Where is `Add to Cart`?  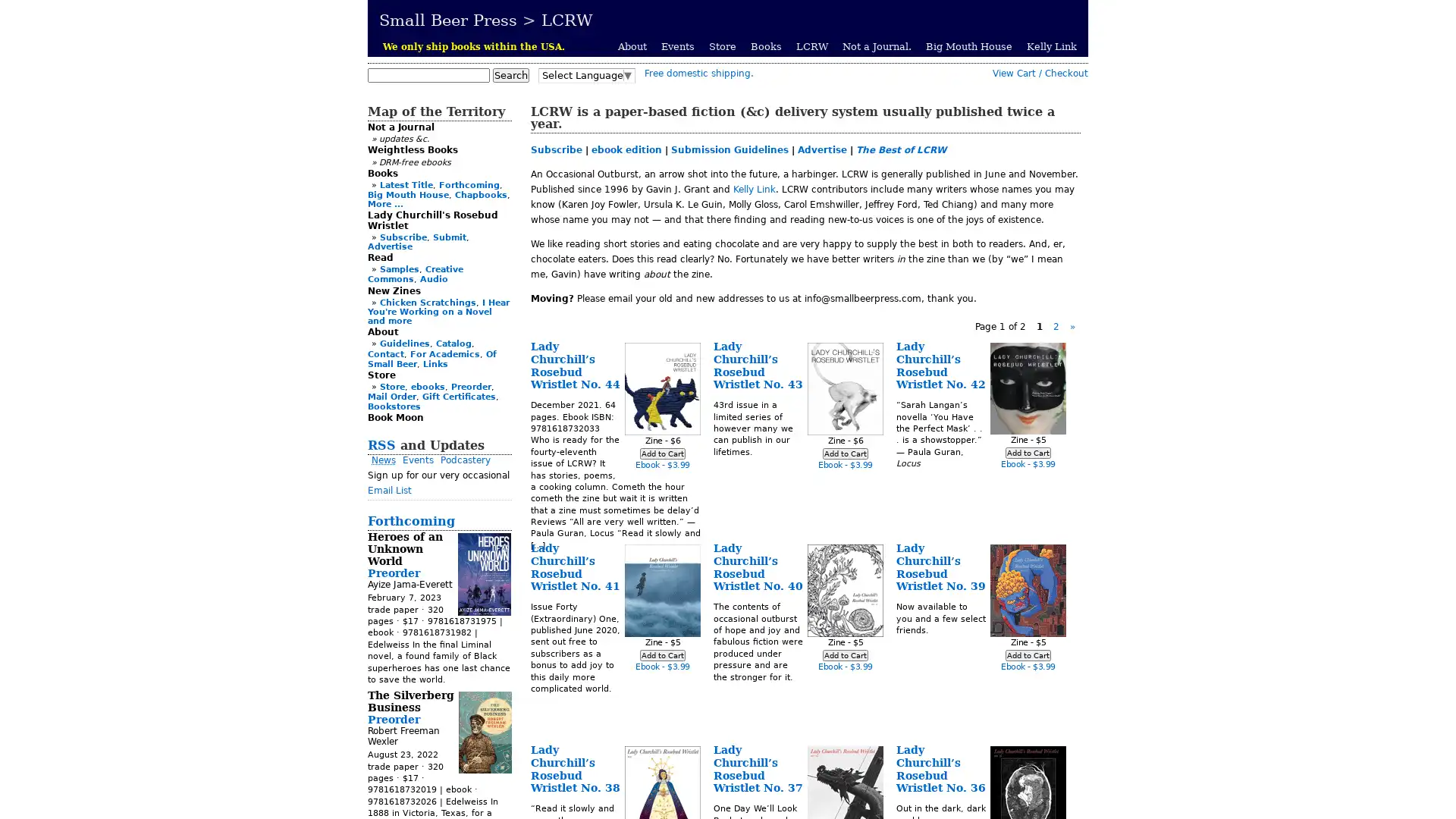
Add to Cart is located at coordinates (844, 452).